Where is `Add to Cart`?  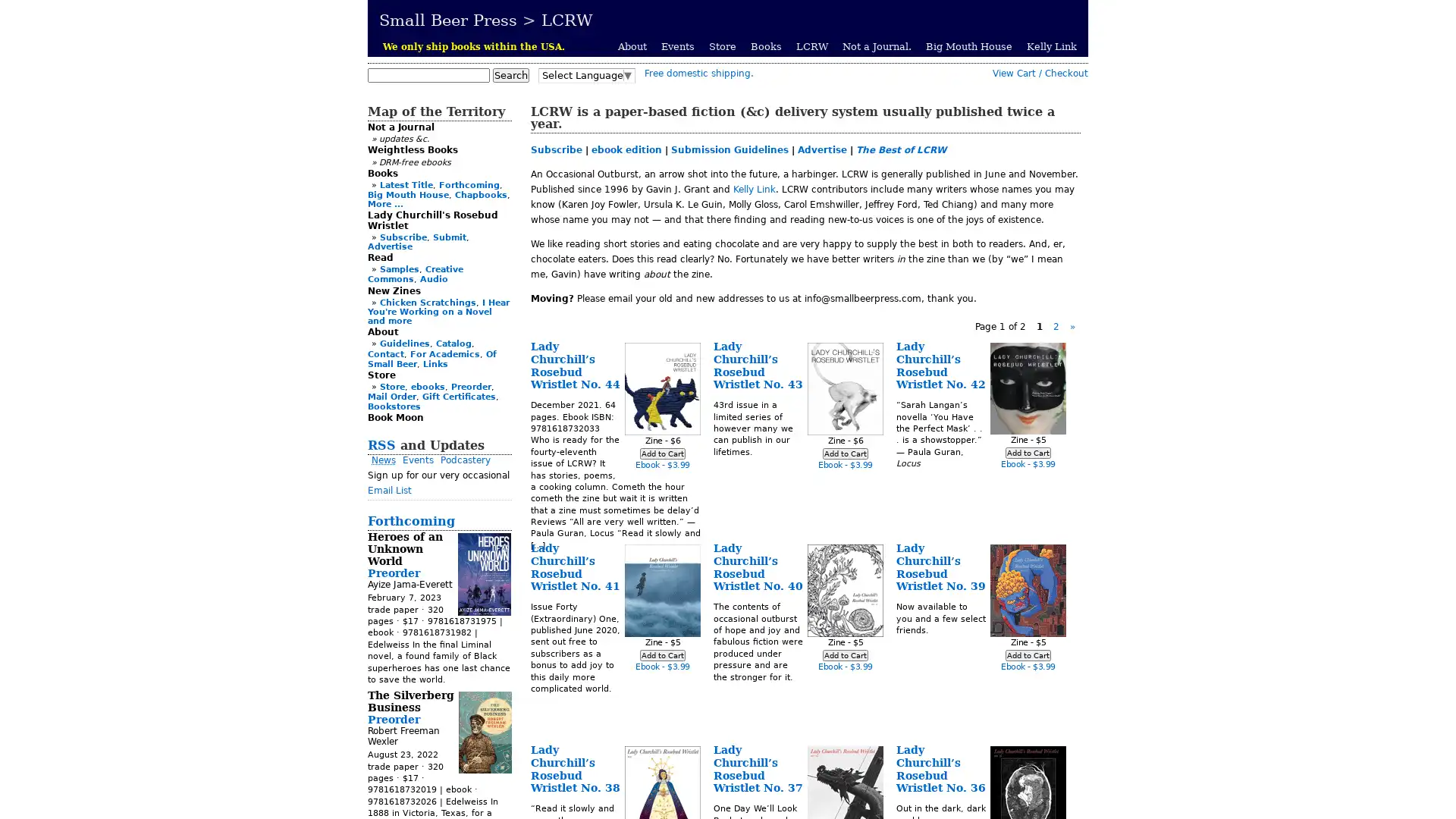
Add to Cart is located at coordinates (844, 452).